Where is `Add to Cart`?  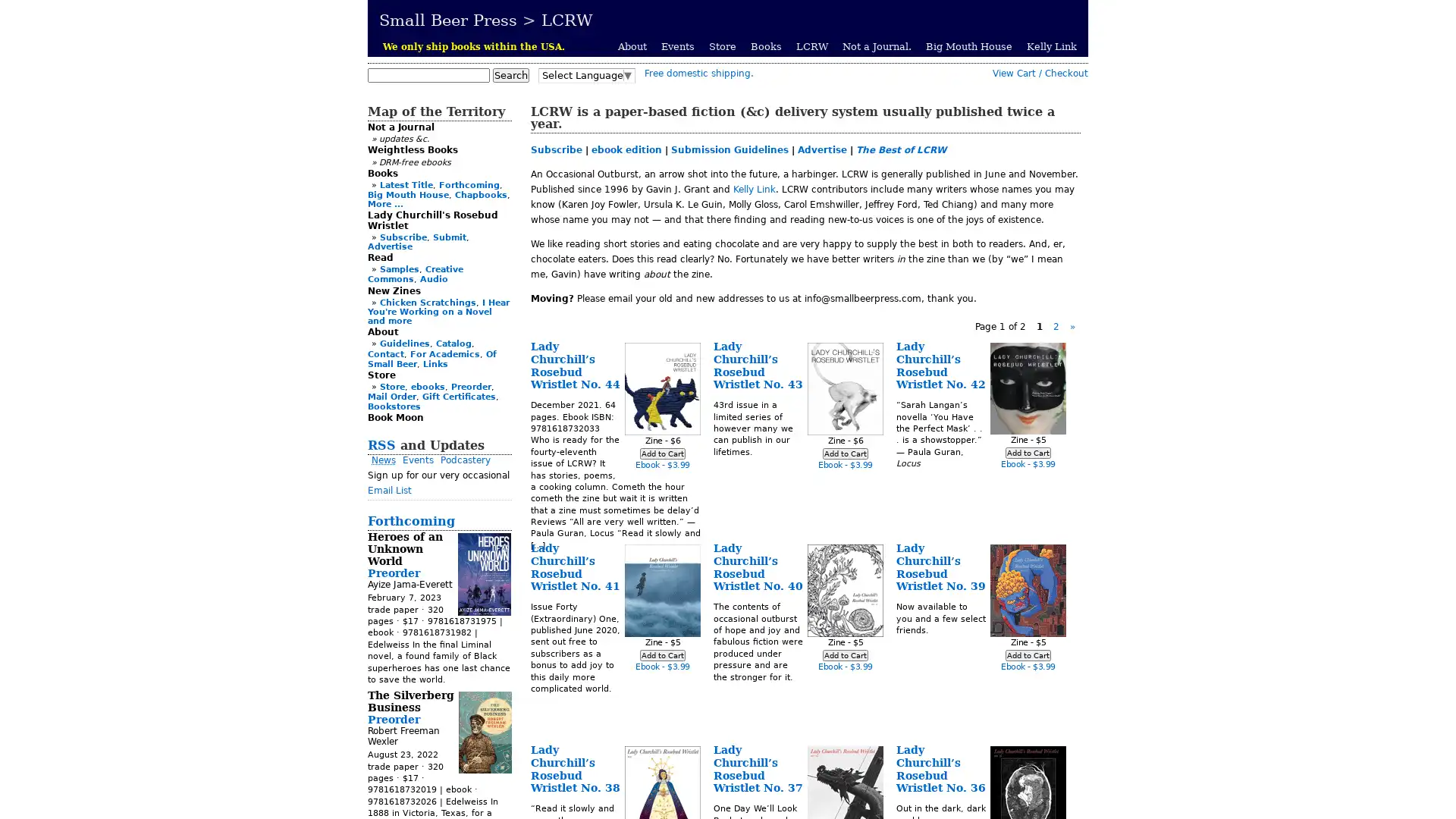
Add to Cart is located at coordinates (844, 452).